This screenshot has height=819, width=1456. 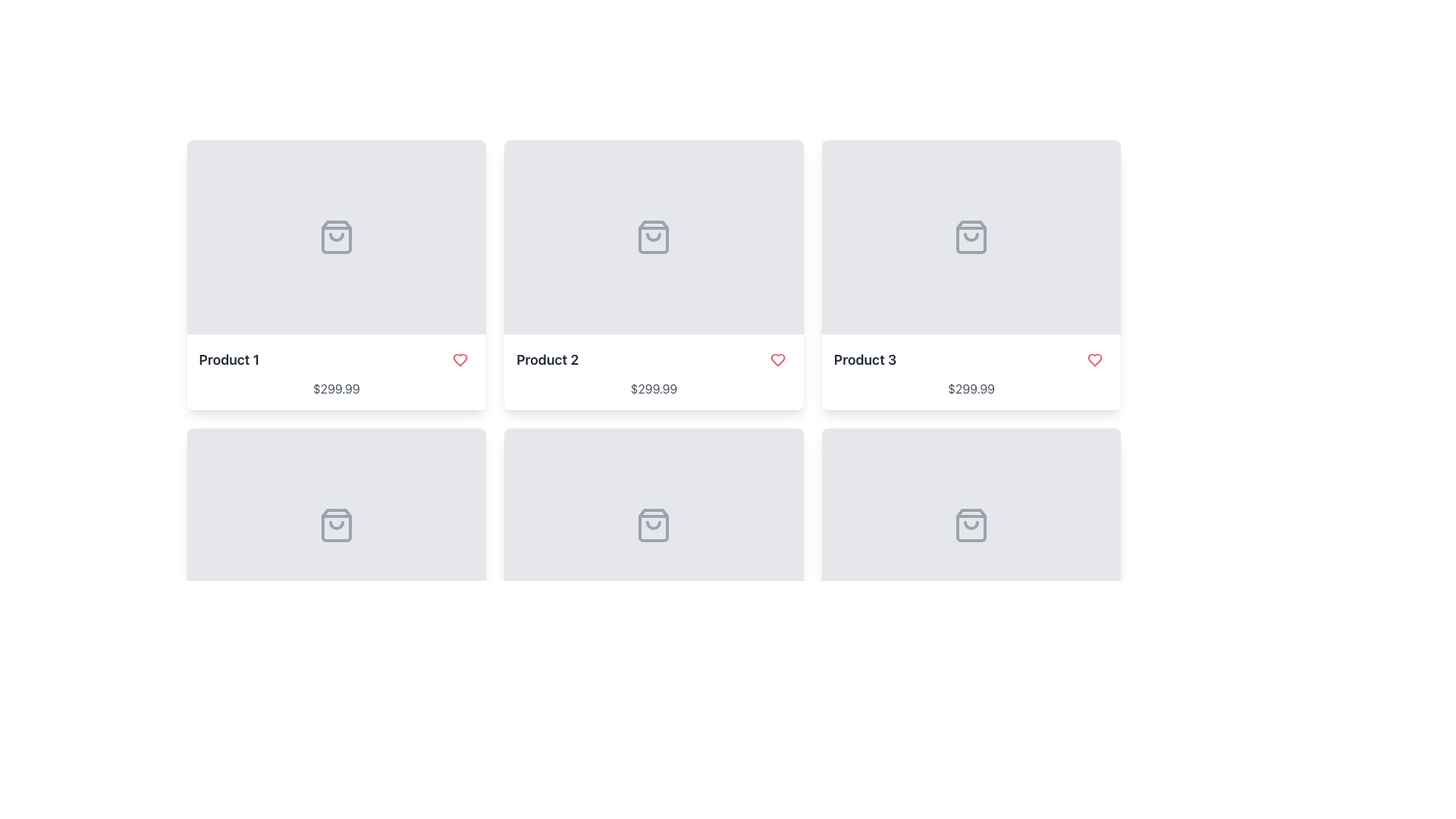 I want to click on the image or illustrative placeholder located in the top-left card labeled 'Product 1' with a price of '$299.99', so click(x=335, y=237).